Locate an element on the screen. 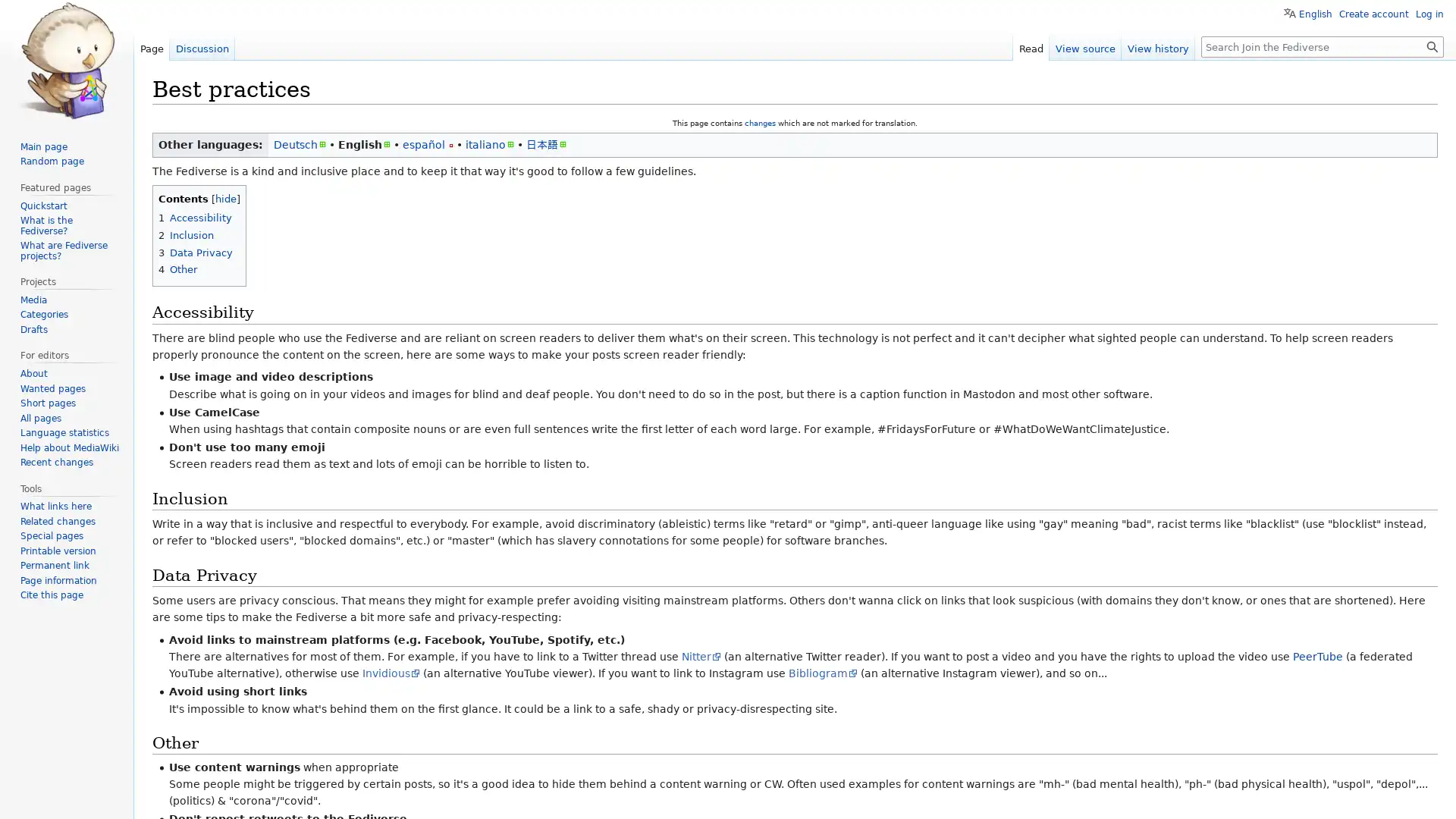  Go is located at coordinates (1432, 45).